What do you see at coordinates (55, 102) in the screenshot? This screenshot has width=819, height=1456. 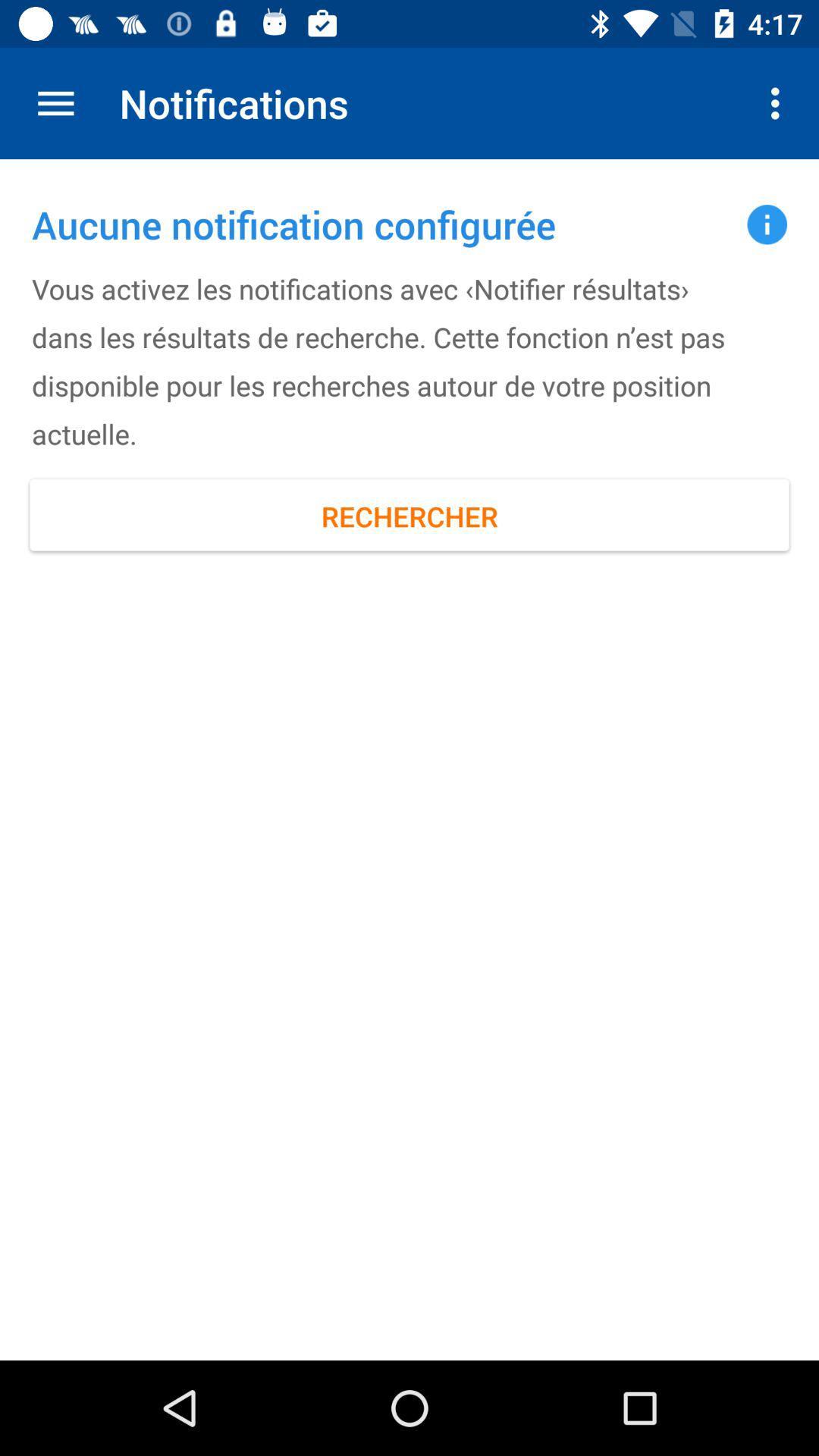 I see `icon to the left of notifications` at bounding box center [55, 102].